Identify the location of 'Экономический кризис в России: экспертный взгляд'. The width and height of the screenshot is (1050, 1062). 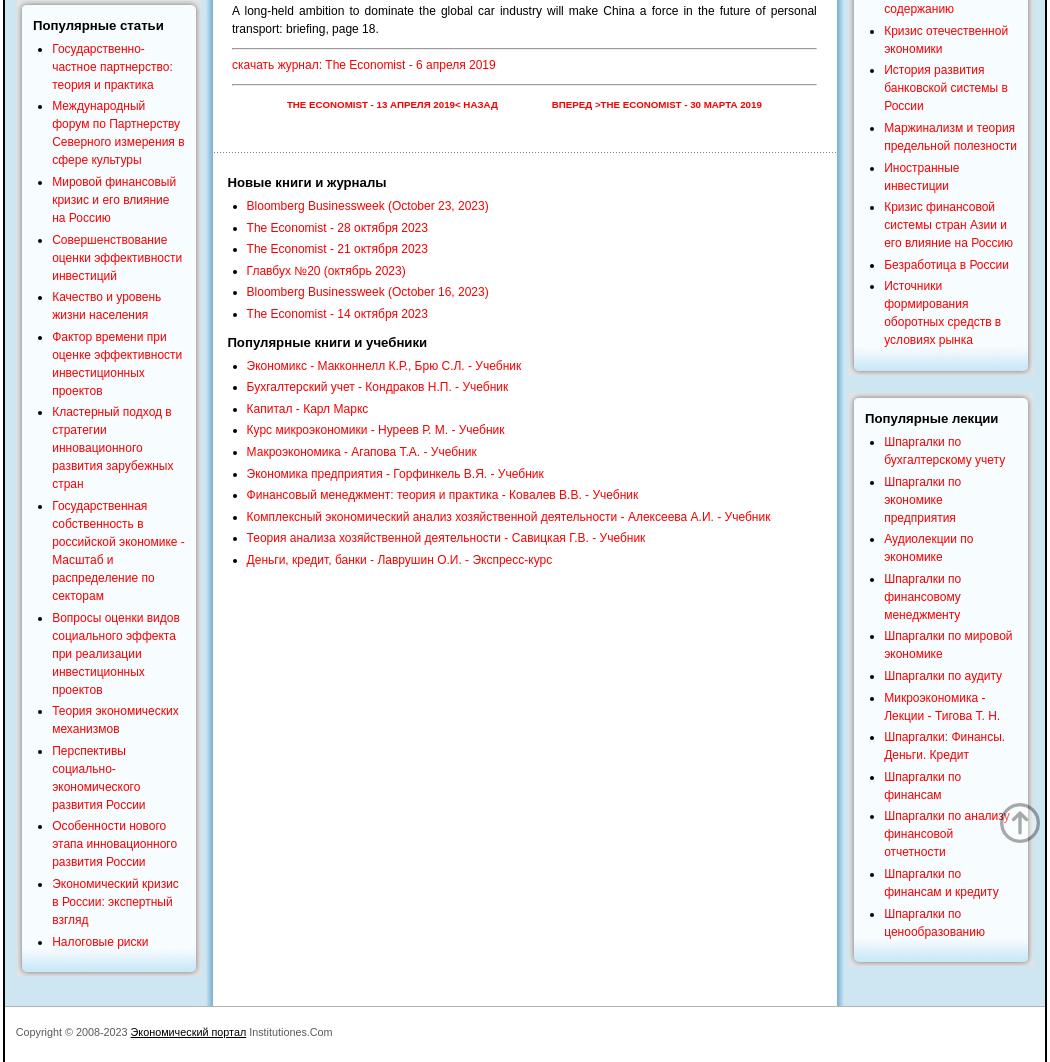
(113, 900).